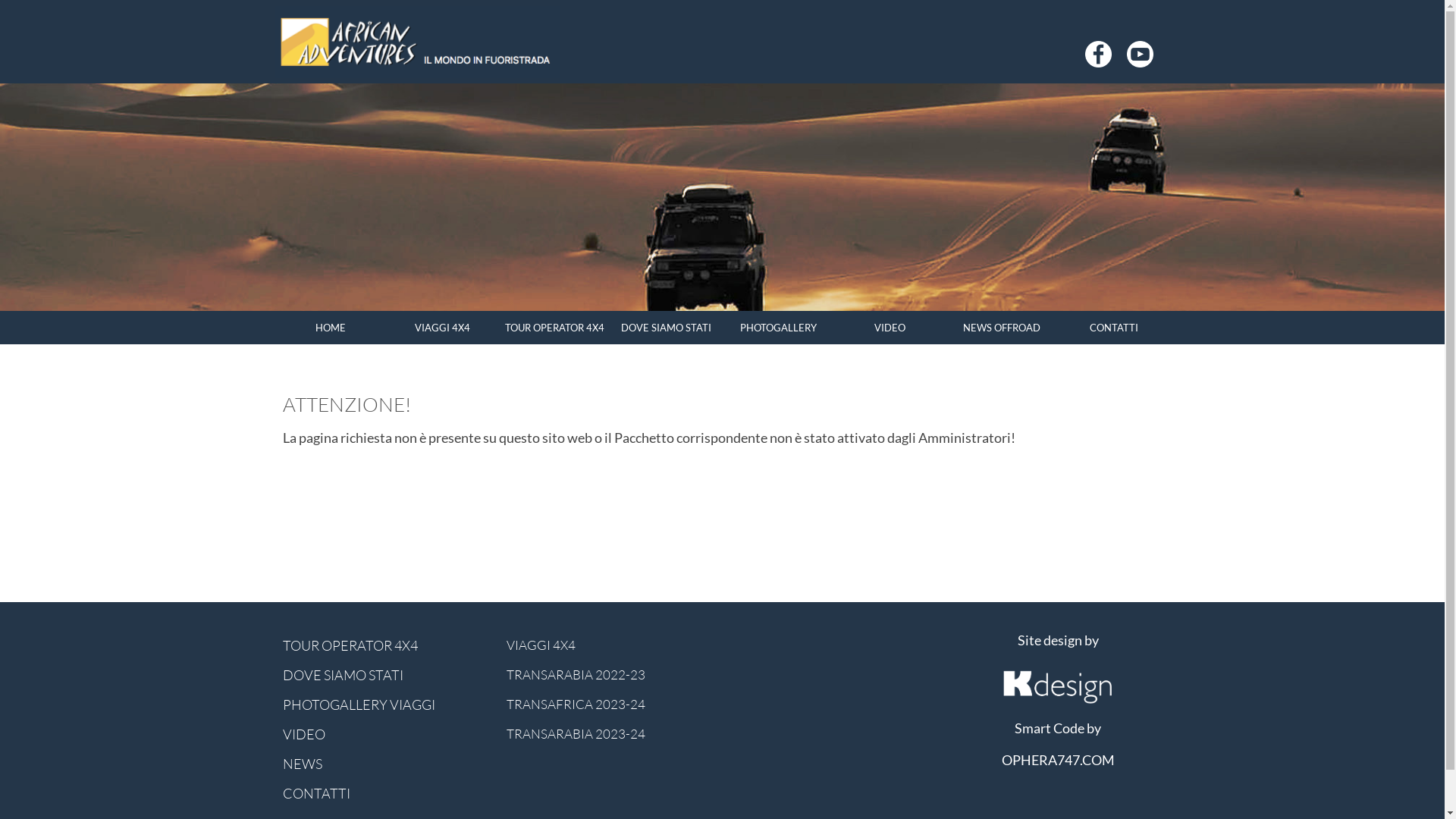 This screenshot has width=1456, height=819. What do you see at coordinates (1056, 760) in the screenshot?
I see `'OPHERA747.COM'` at bounding box center [1056, 760].